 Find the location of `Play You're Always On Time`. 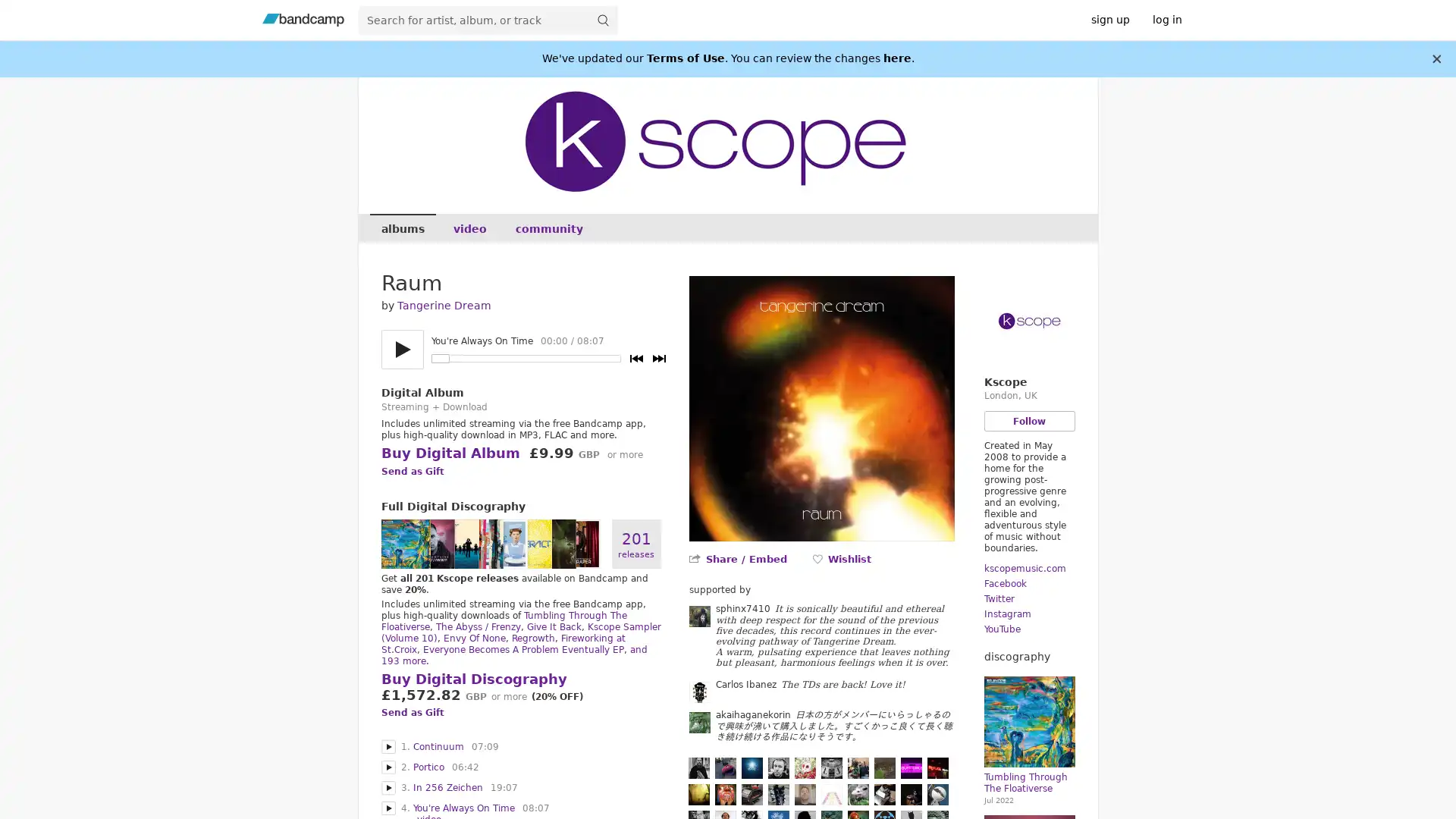

Play You're Always On Time is located at coordinates (388, 806).